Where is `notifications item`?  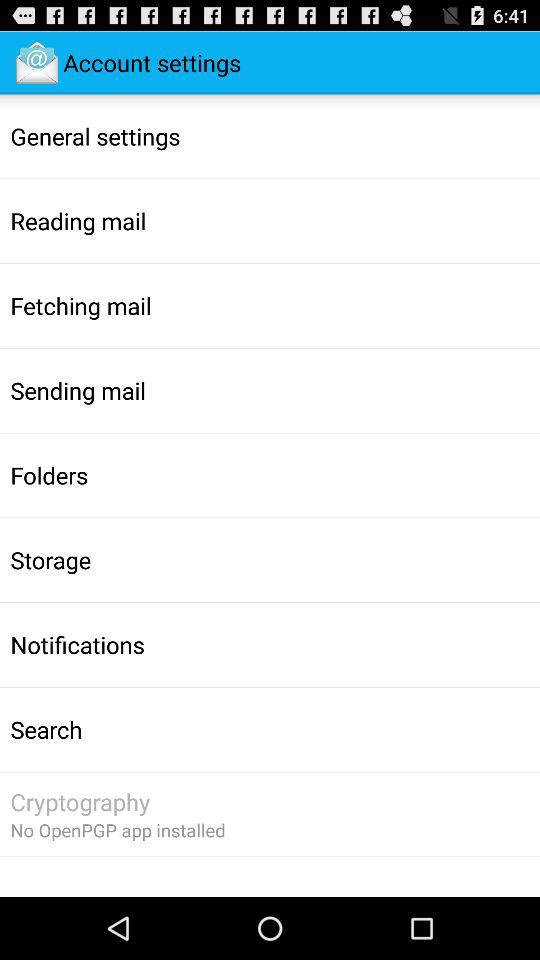
notifications item is located at coordinates (76, 643).